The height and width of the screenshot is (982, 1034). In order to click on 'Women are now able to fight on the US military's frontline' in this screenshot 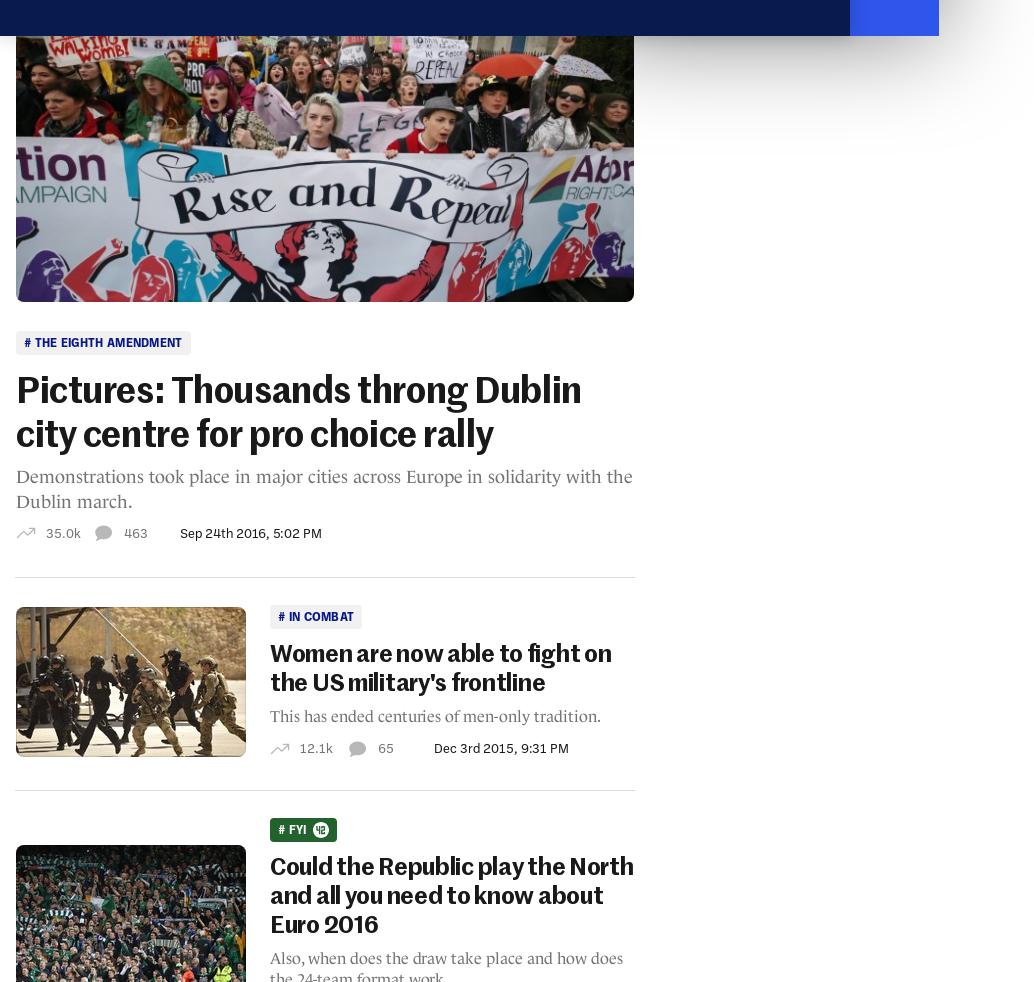, I will do `click(439, 668)`.